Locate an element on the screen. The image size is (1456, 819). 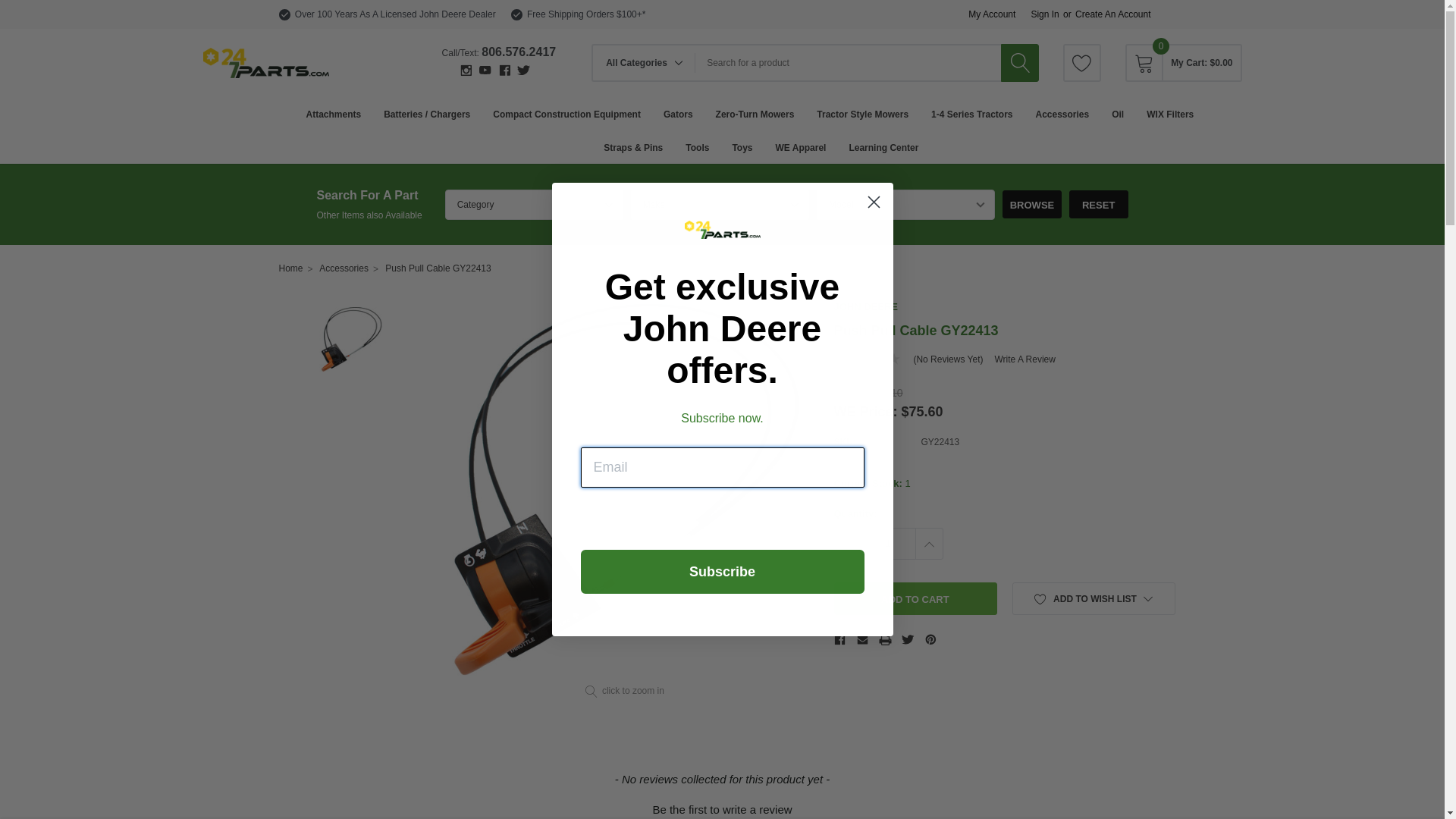
'RESET' is located at coordinates (1068, 203).